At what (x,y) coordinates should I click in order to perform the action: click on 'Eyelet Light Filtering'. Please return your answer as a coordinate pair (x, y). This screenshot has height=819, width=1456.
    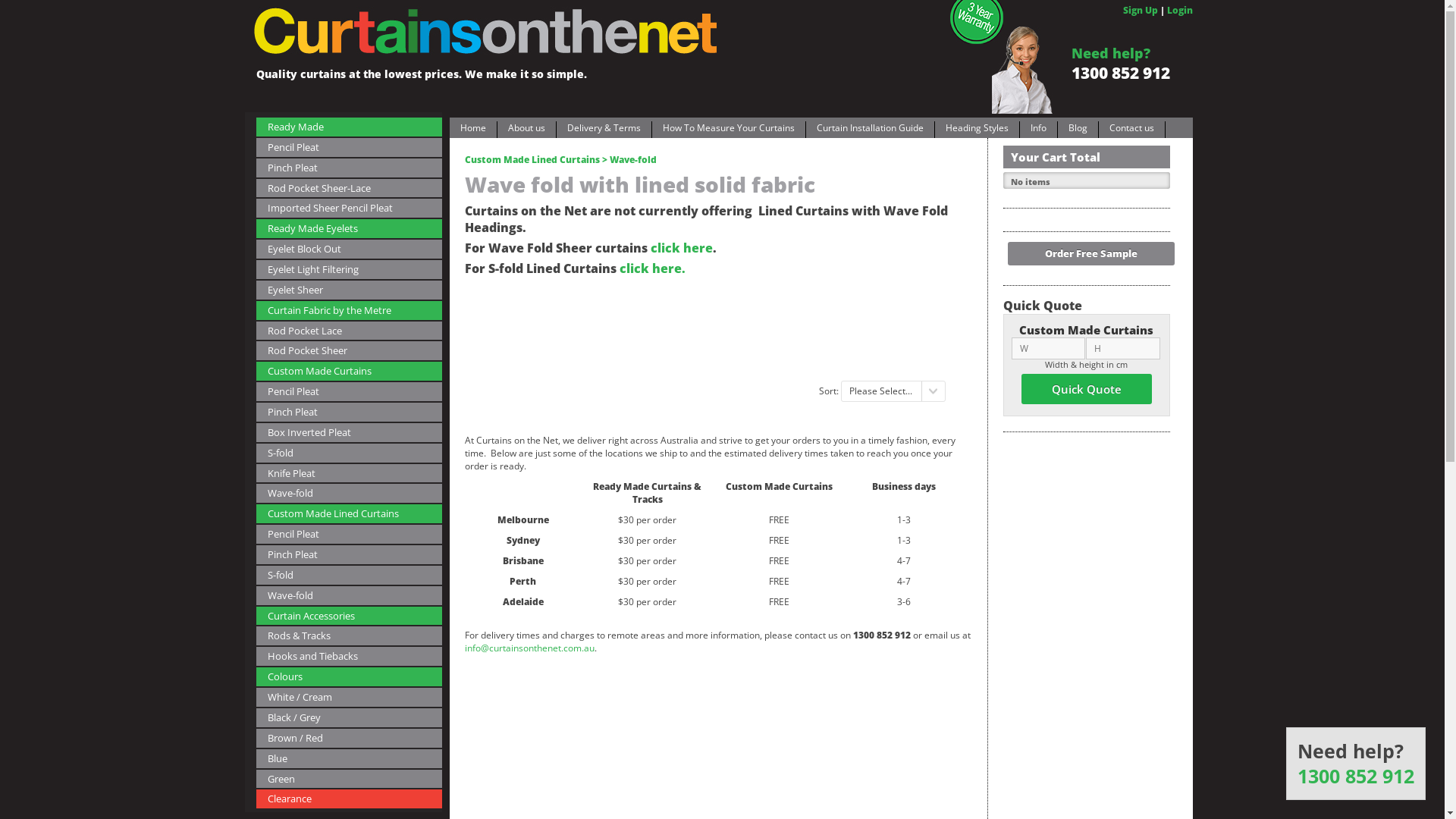
    Looking at the image, I should click on (348, 268).